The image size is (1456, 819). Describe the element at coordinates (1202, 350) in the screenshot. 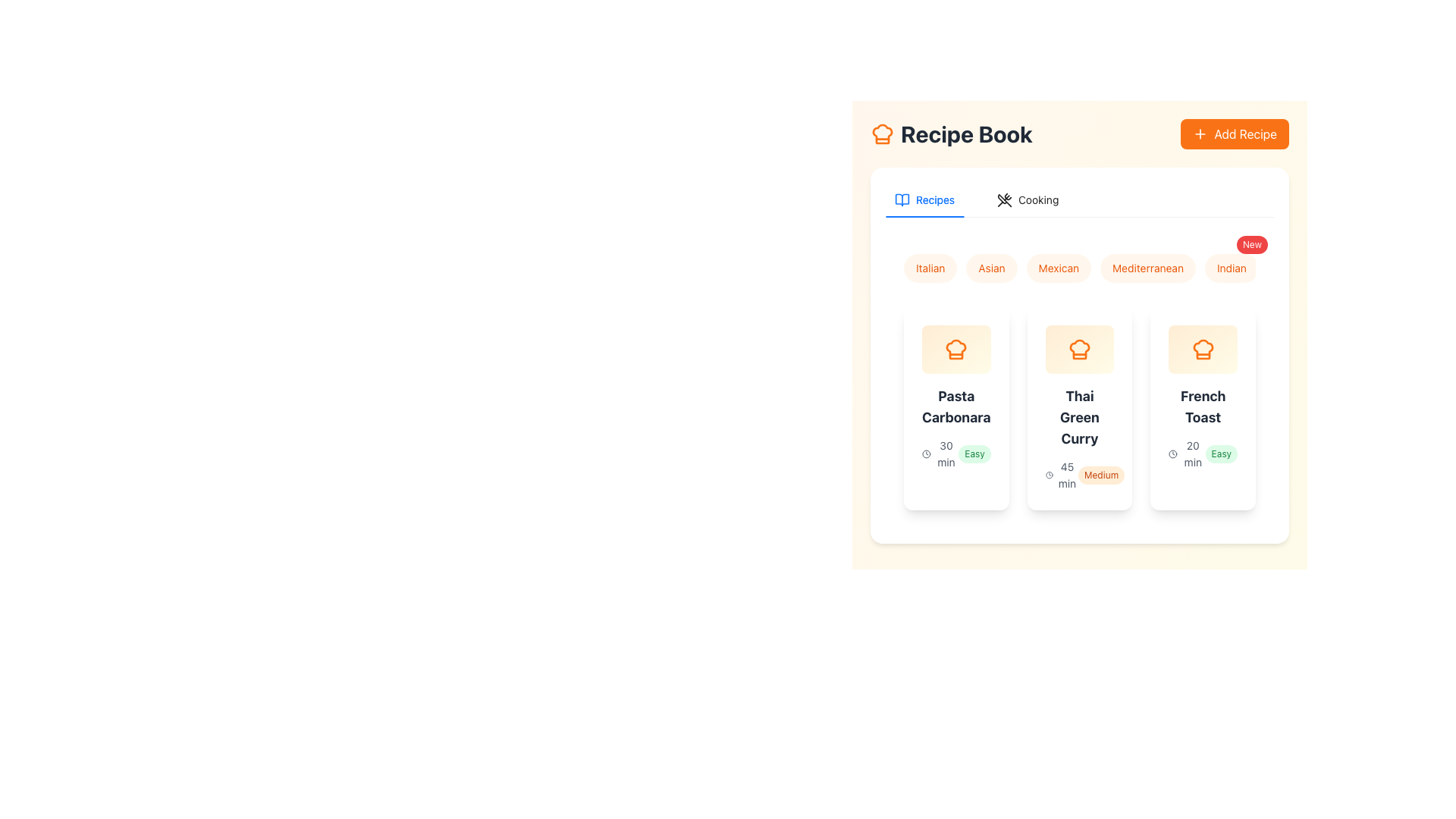

I see `the chef's hat icon outlined in orange, which is located near the top-left corner of the interface, adjacent to the 'Recipe Book' text header, to understand its functionality` at that location.